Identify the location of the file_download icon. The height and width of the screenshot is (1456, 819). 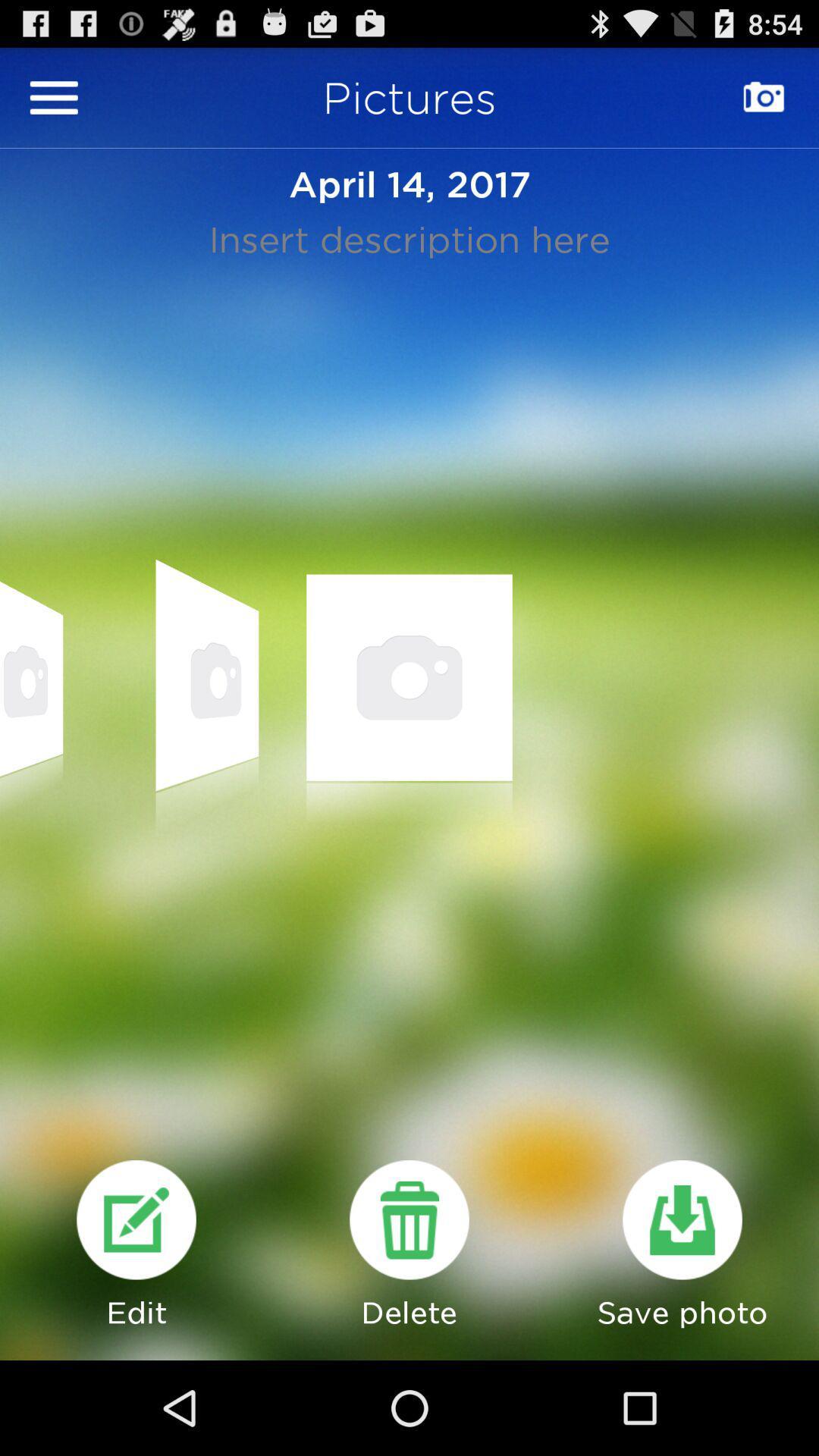
(681, 1304).